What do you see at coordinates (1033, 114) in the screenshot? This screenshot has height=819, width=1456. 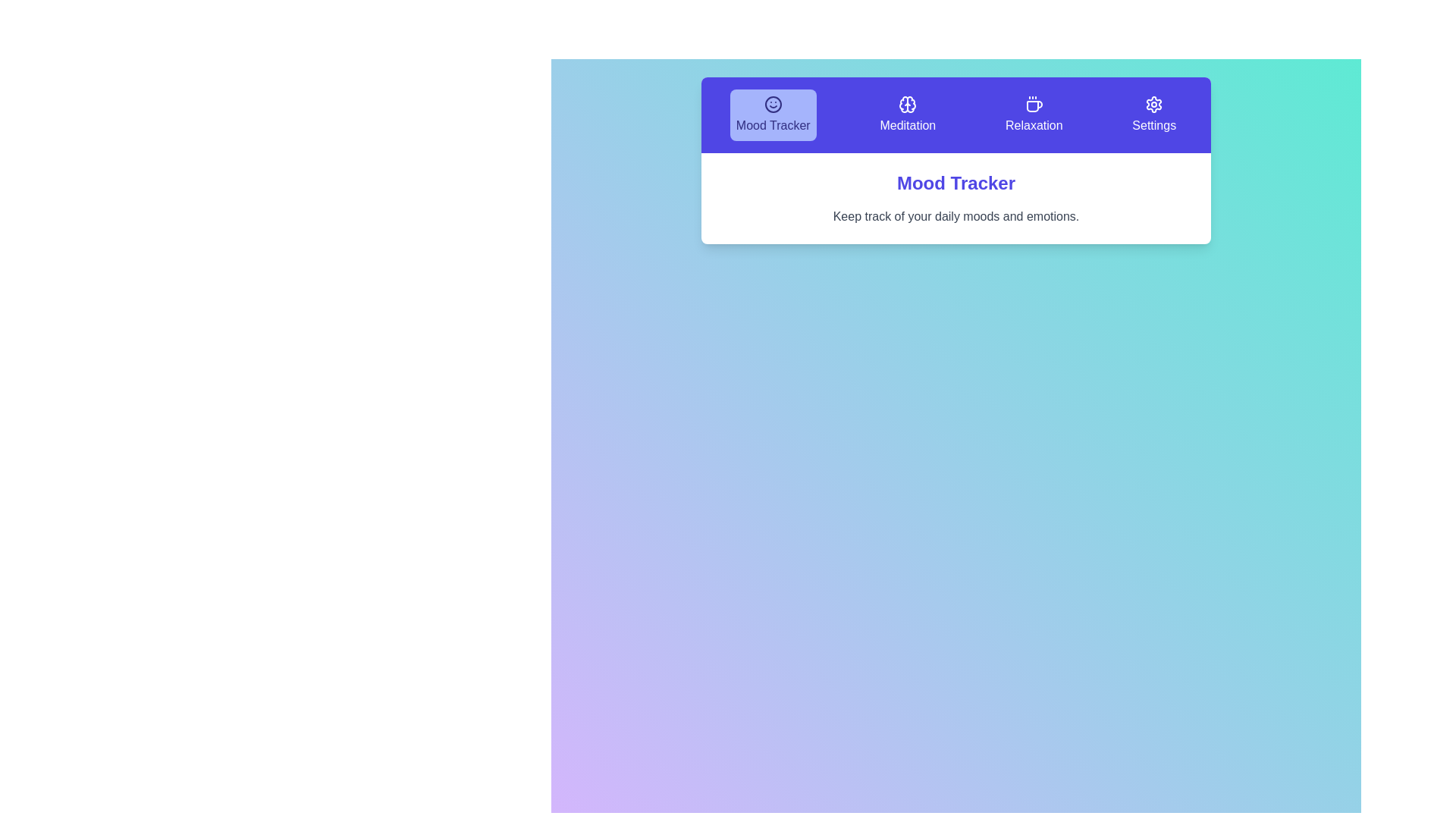 I see `the 'Relaxation' button with a coffee cup icon and purple background in the navigation bar` at bounding box center [1033, 114].